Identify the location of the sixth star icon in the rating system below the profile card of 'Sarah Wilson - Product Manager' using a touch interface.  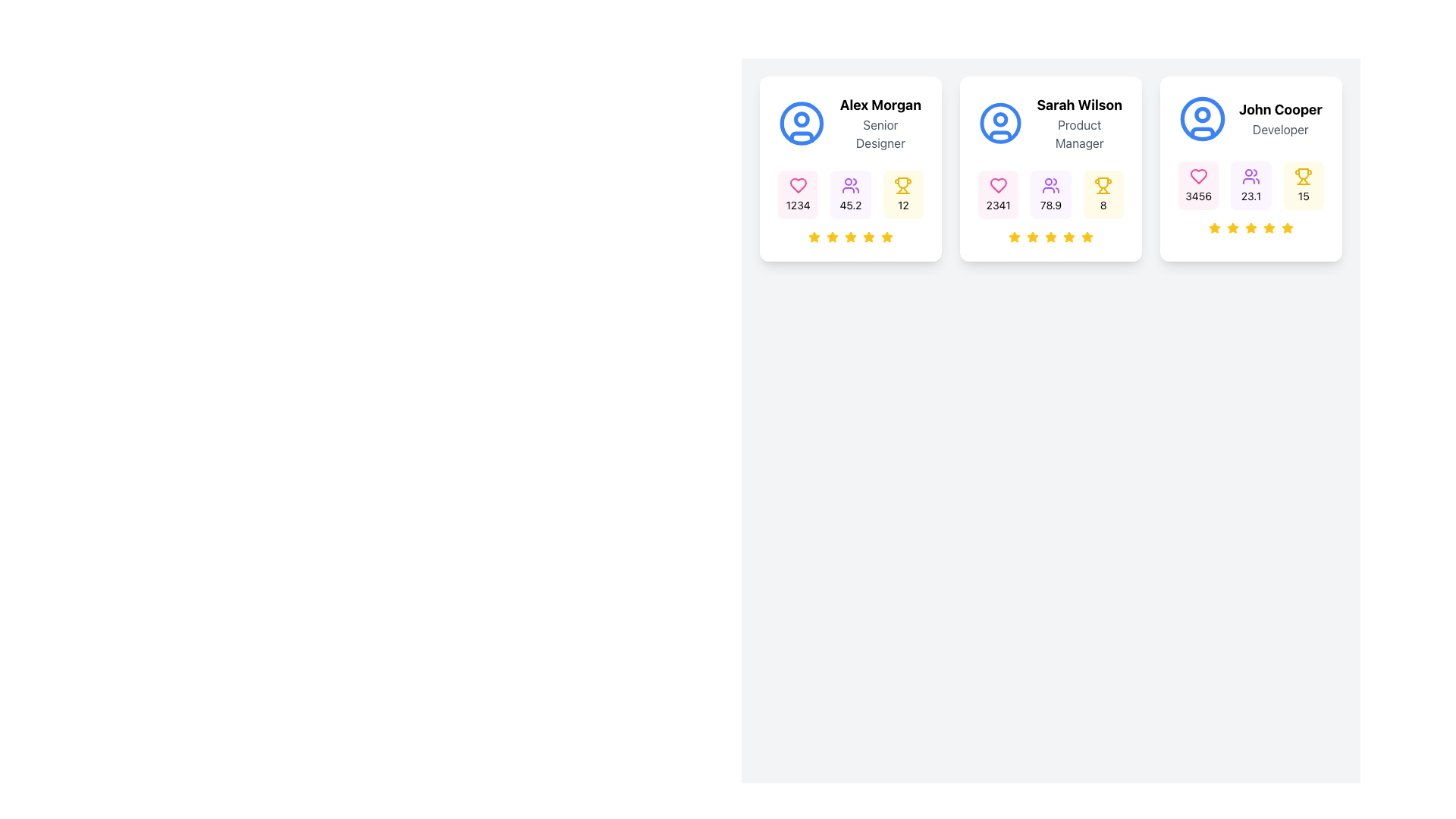
(1068, 237).